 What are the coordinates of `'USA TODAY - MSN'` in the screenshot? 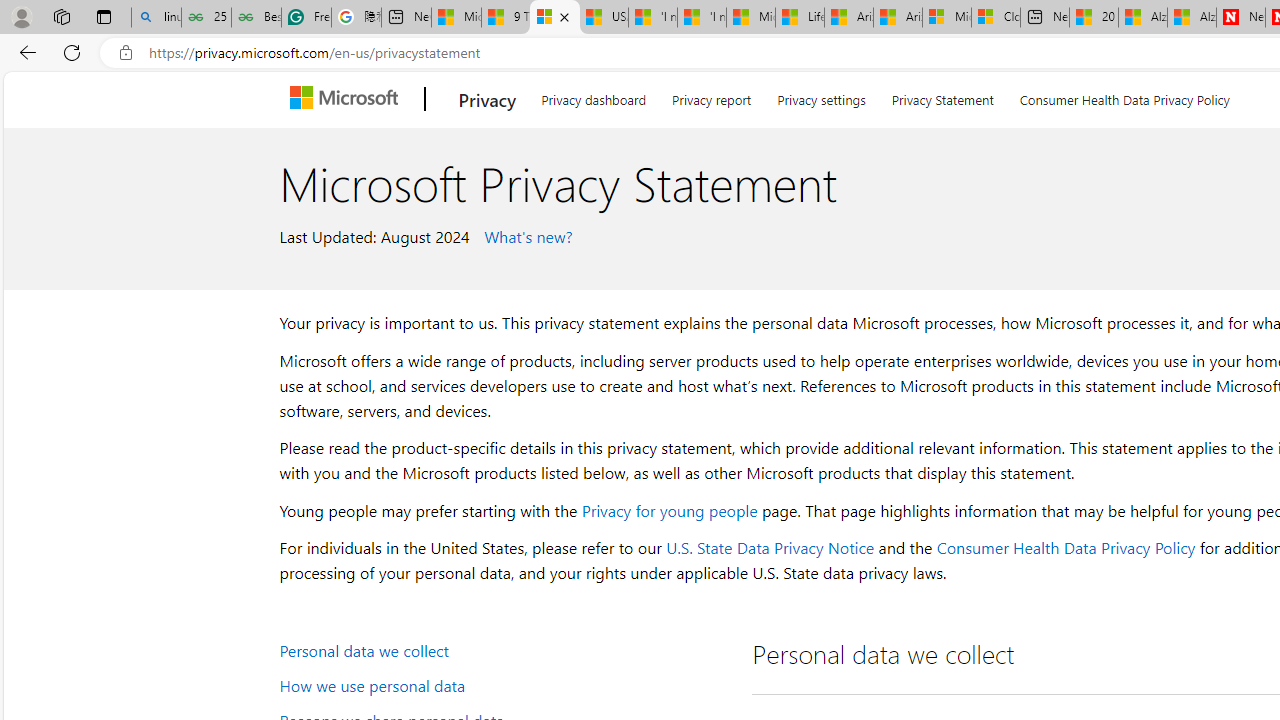 It's located at (603, 17).